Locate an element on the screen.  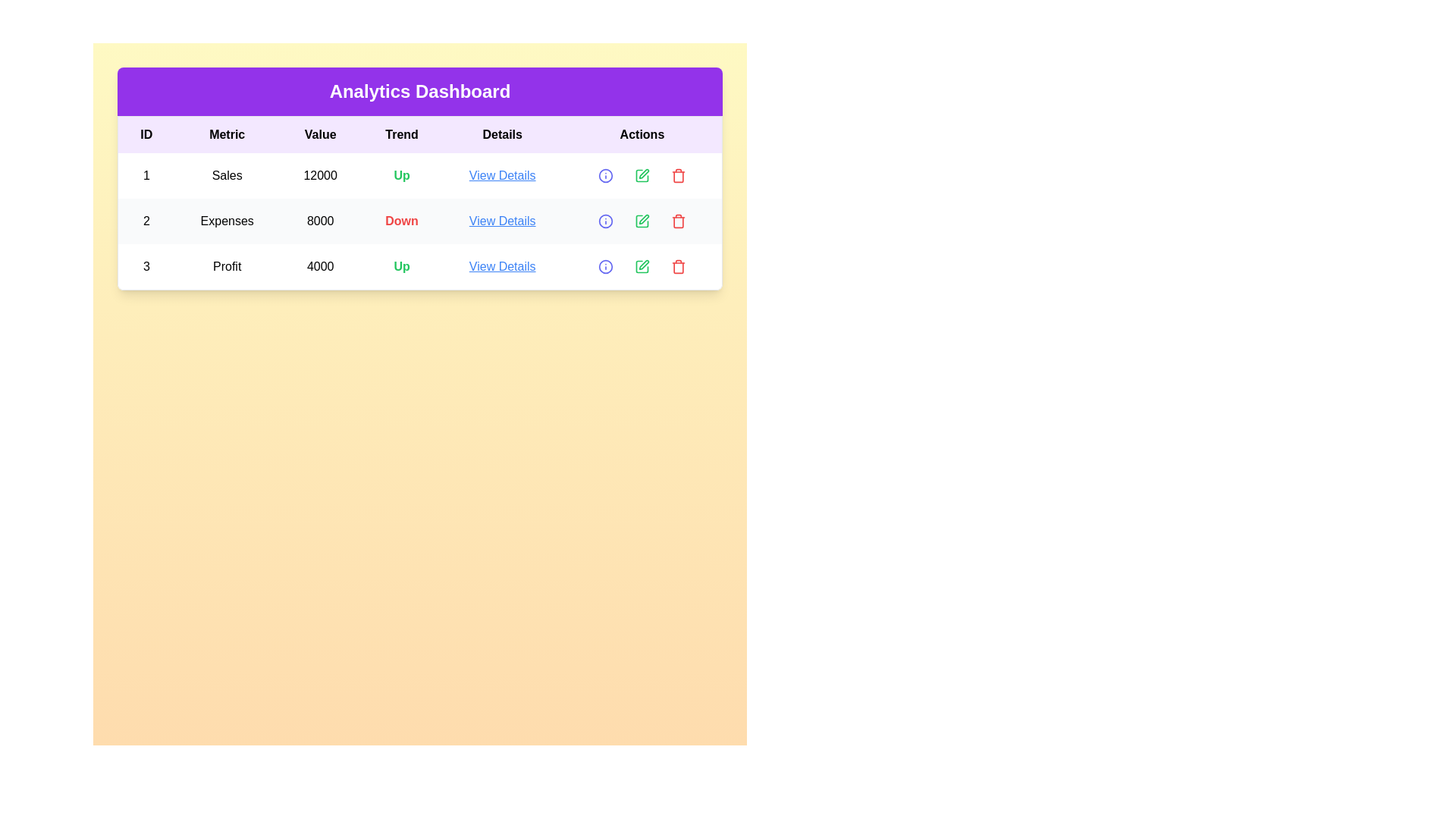
the text label indicating a positive state or trend, which is centrally positioned in the 'Trend' column of the third row in the table is located at coordinates (402, 265).